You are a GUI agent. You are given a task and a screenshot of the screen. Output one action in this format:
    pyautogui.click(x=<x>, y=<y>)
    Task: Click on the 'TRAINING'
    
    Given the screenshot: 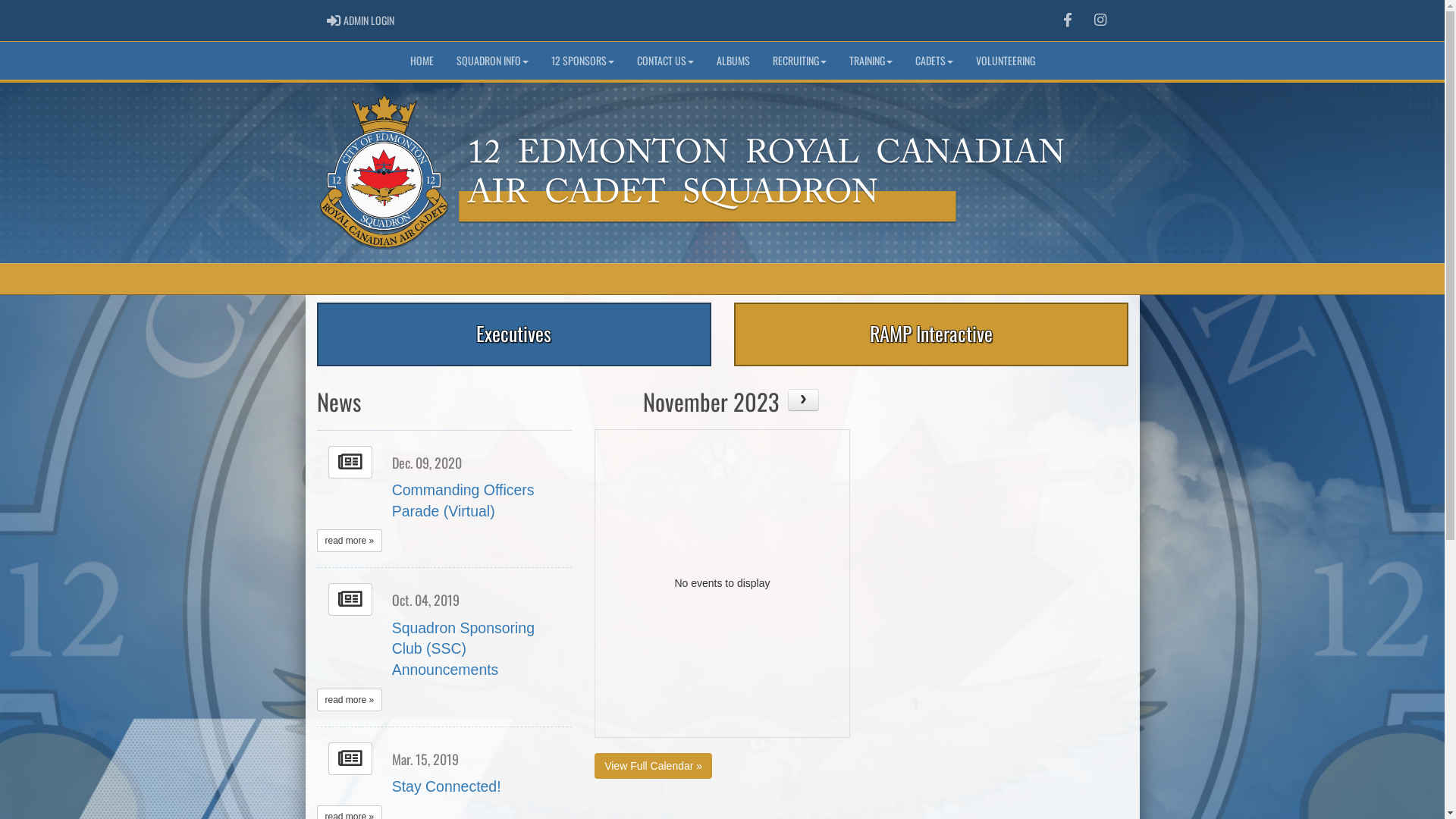 What is the action you would take?
    pyautogui.click(x=870, y=60)
    